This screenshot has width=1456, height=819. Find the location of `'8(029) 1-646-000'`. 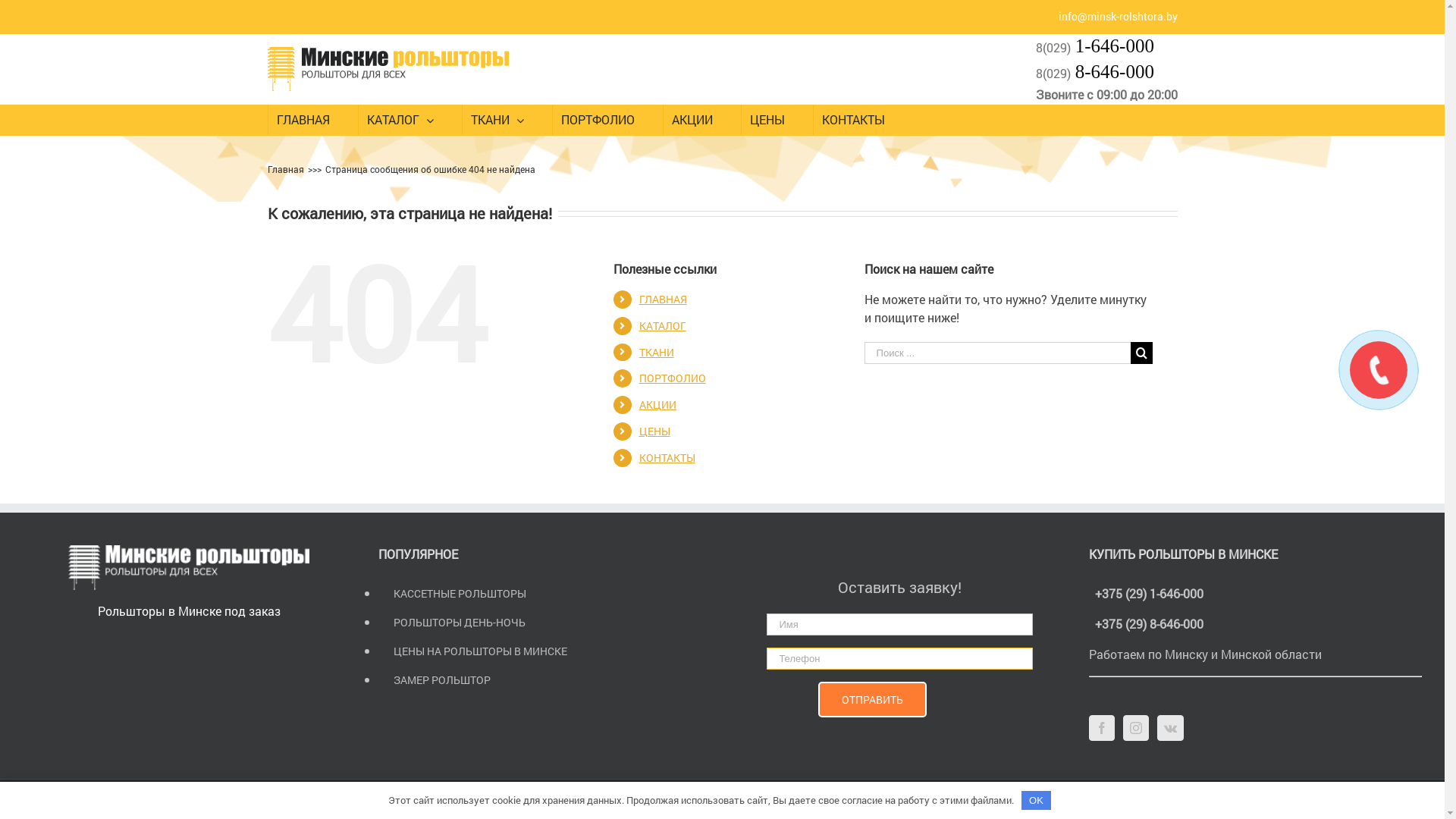

'8(029) 1-646-000' is located at coordinates (1095, 45).